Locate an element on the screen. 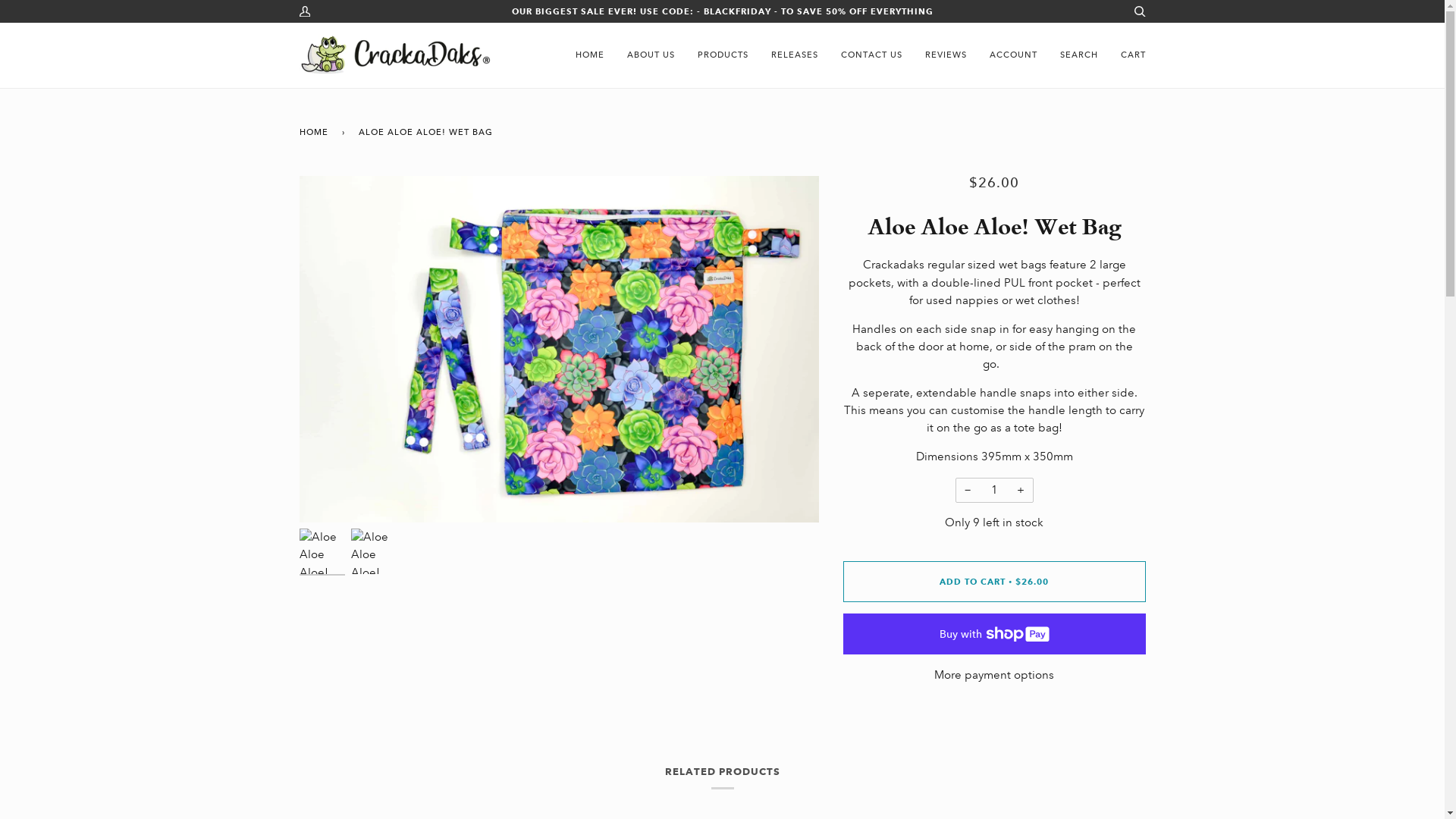 The width and height of the screenshot is (1456, 819). 'ACCOUNT' is located at coordinates (1013, 55).